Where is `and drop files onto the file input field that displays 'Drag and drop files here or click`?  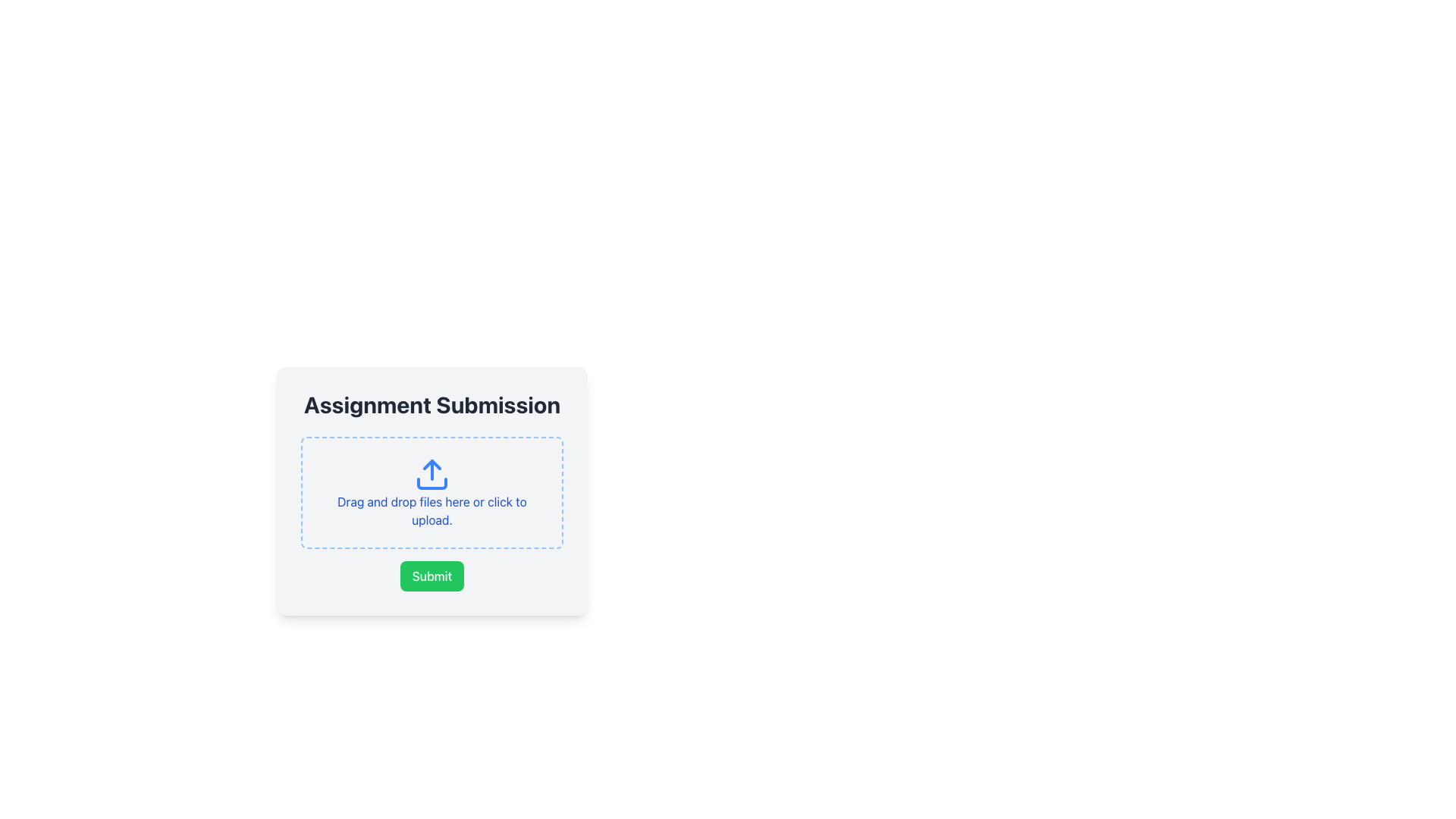
and drop files onto the file input field that displays 'Drag and drop files here or click is located at coordinates (431, 493).